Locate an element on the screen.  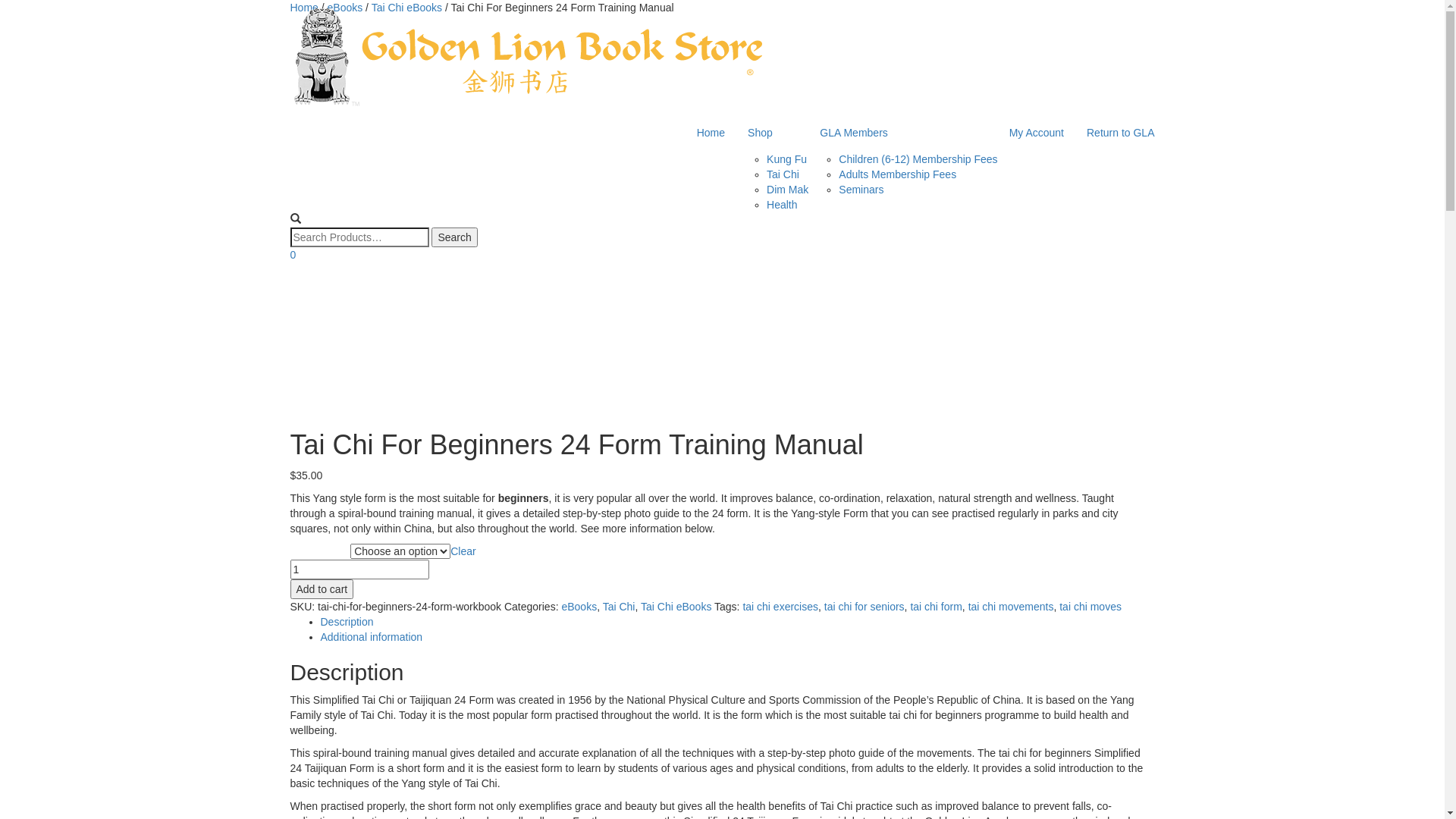
'My Account' is located at coordinates (1036, 131).